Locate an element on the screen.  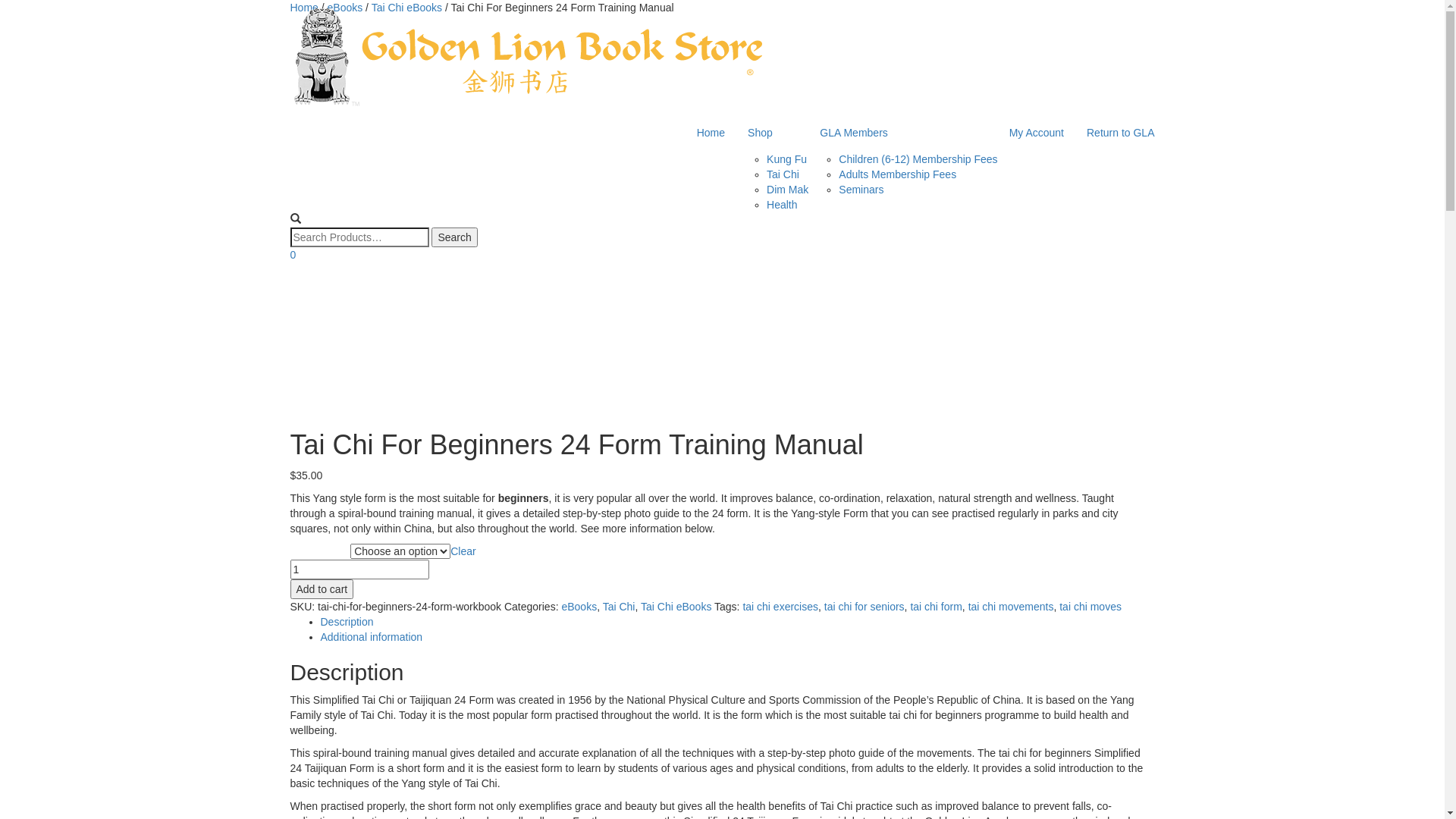
'My Account' is located at coordinates (1036, 131).